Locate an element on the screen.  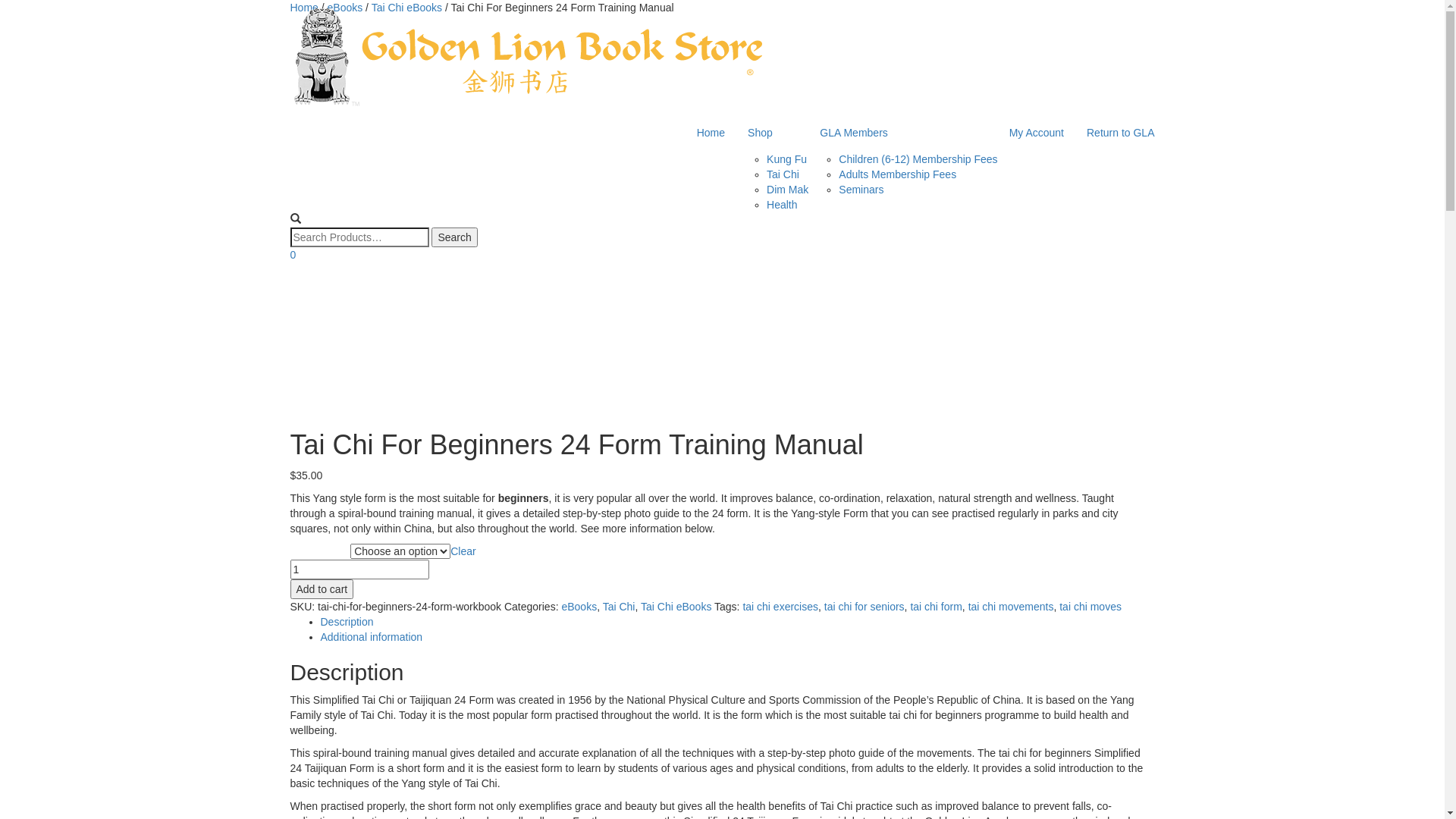
'My Account' is located at coordinates (1036, 131).